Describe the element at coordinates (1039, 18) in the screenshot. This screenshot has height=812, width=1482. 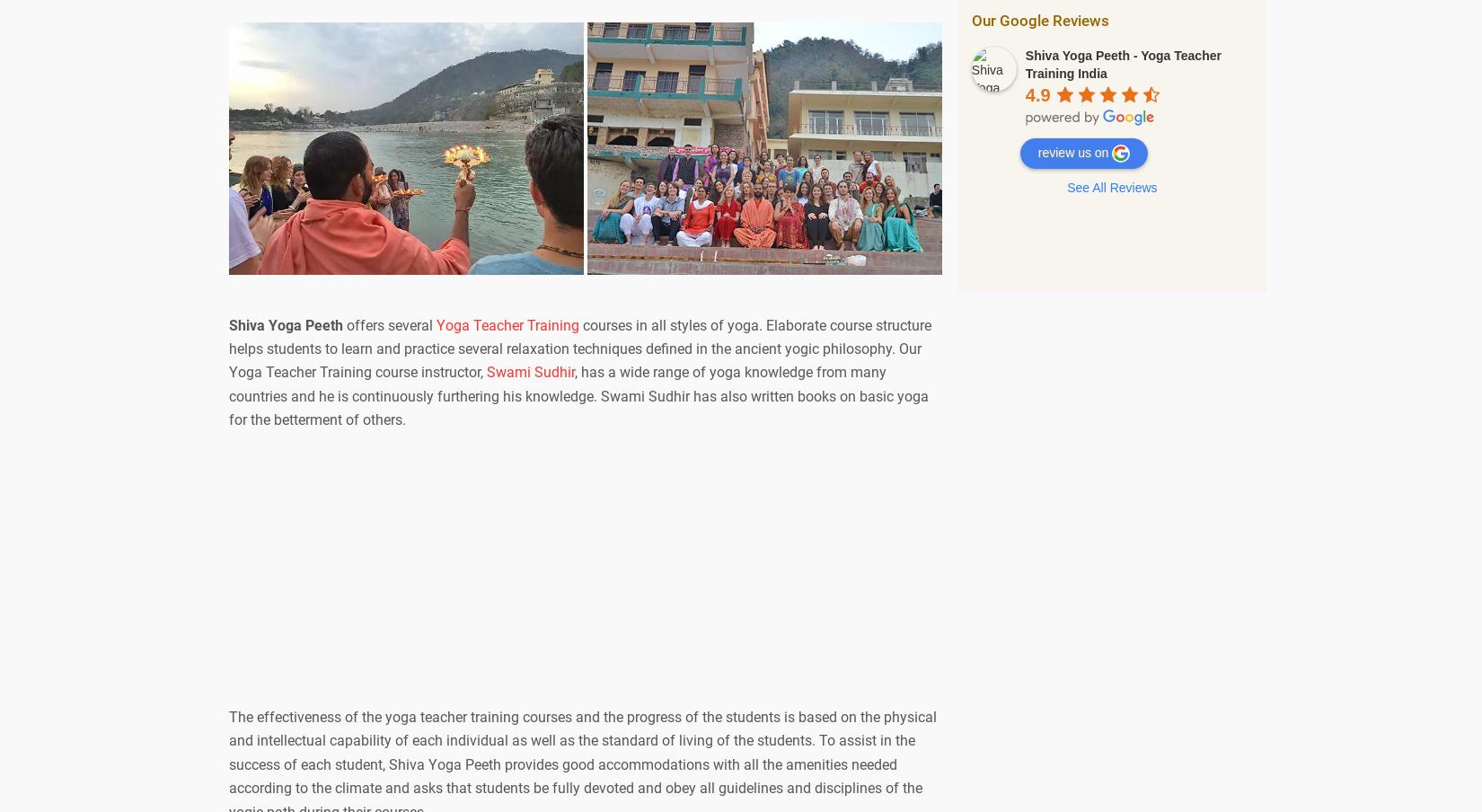
I see `'Our Google Reviews'` at that location.